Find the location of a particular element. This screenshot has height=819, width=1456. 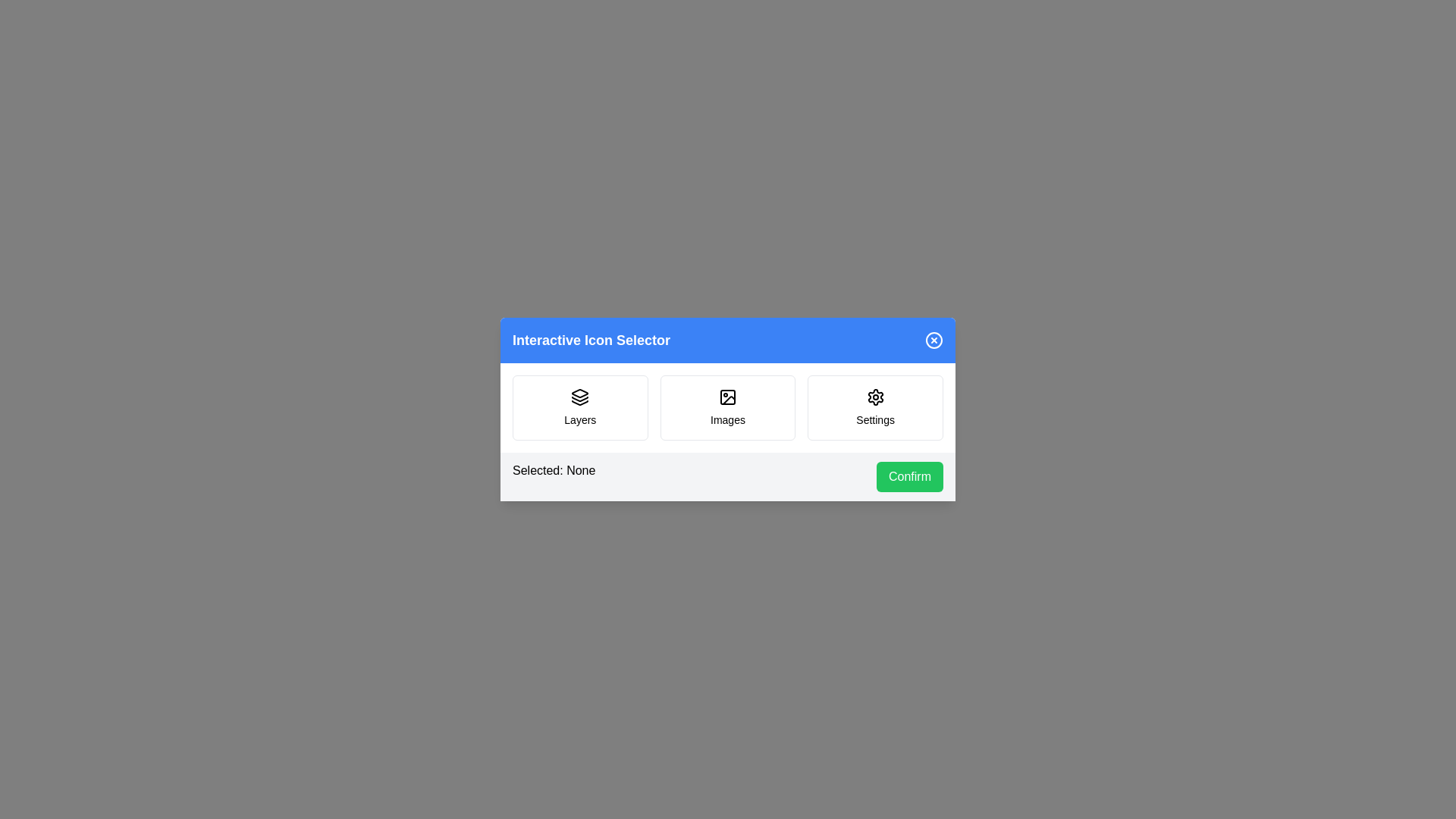

the icon Images by clicking on it is located at coordinates (728, 406).